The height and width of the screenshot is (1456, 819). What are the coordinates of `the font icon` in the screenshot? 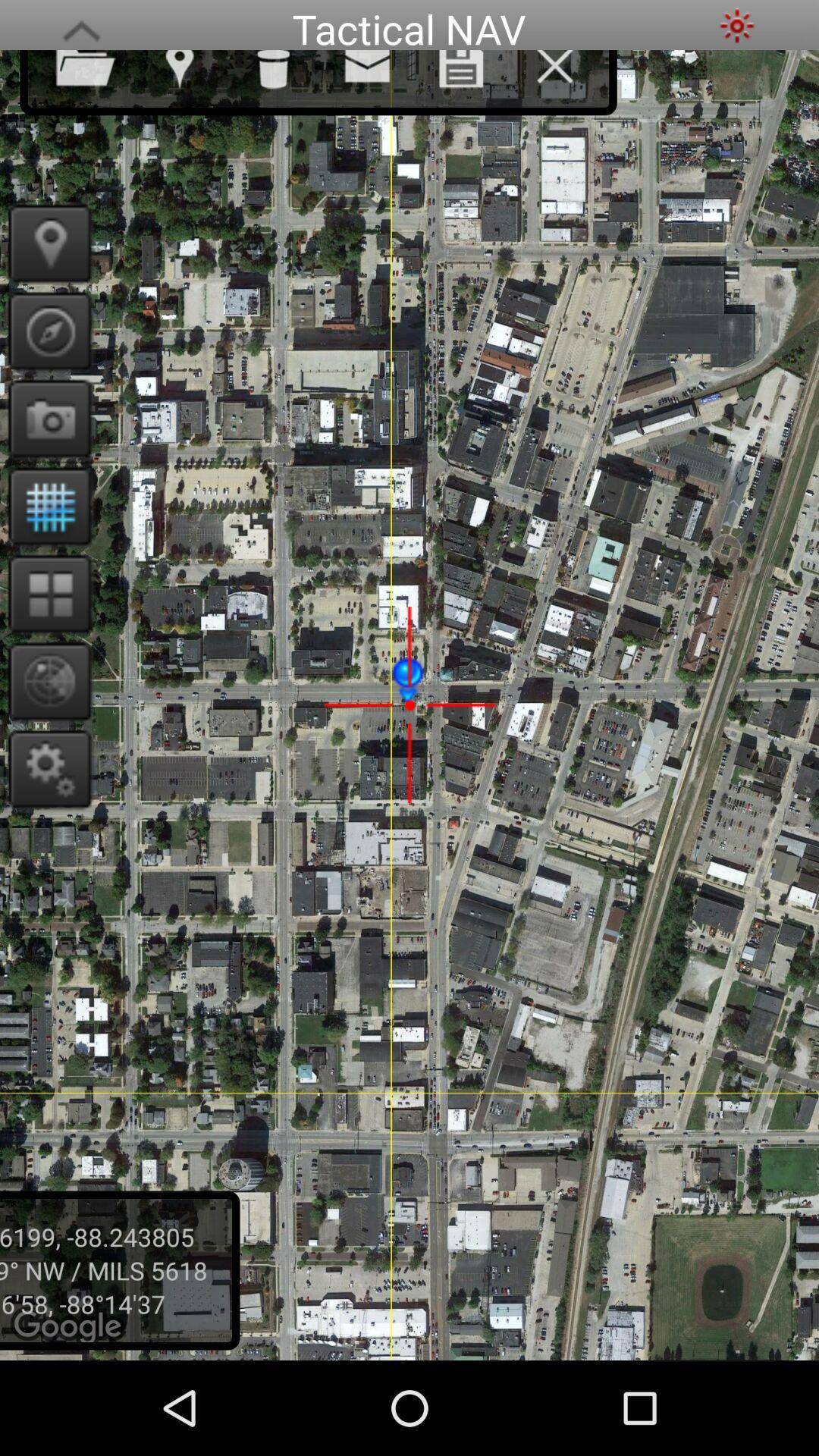 It's located at (81, 27).